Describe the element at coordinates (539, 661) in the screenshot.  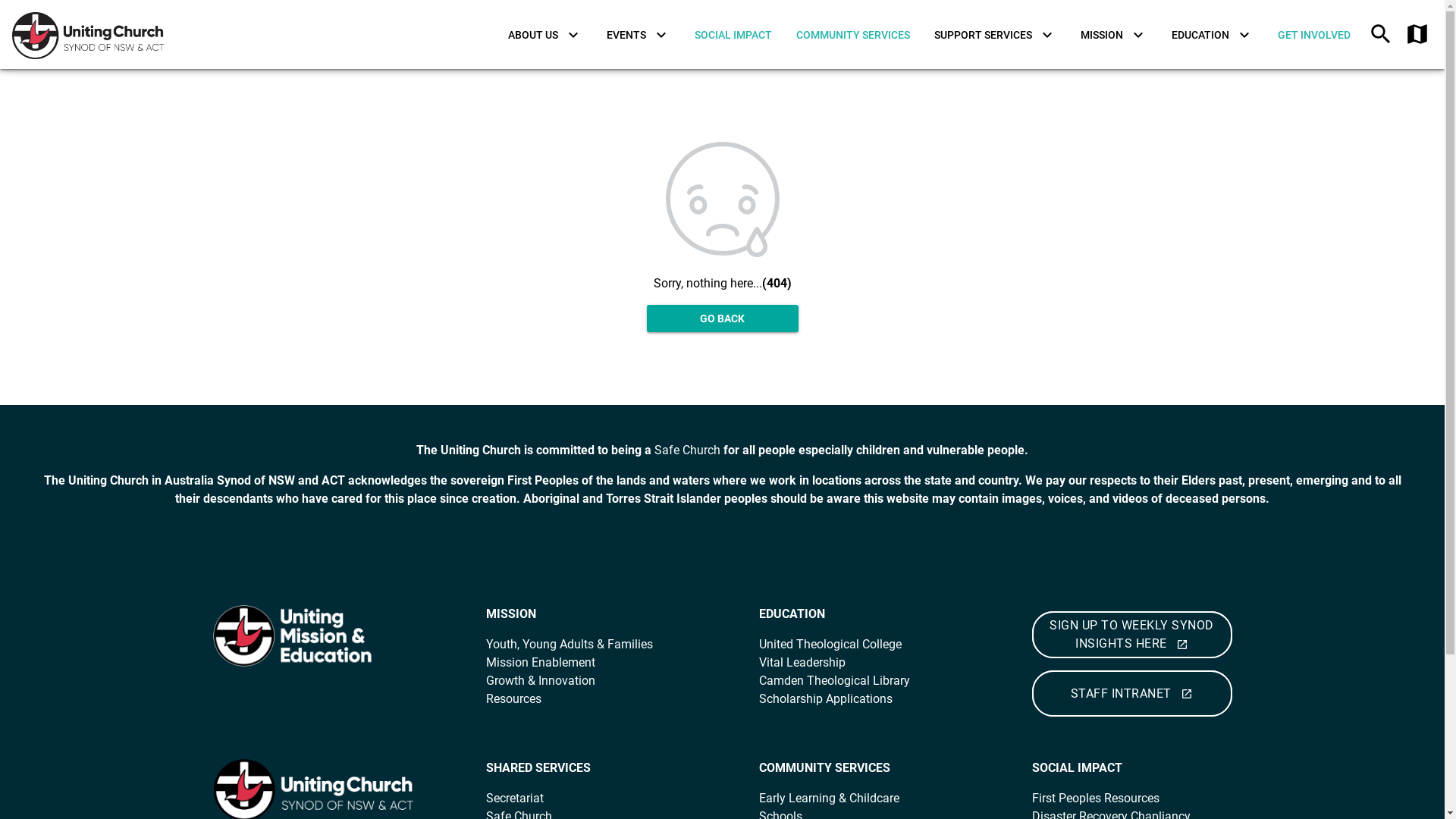
I see `'Mission Enablement'` at that location.